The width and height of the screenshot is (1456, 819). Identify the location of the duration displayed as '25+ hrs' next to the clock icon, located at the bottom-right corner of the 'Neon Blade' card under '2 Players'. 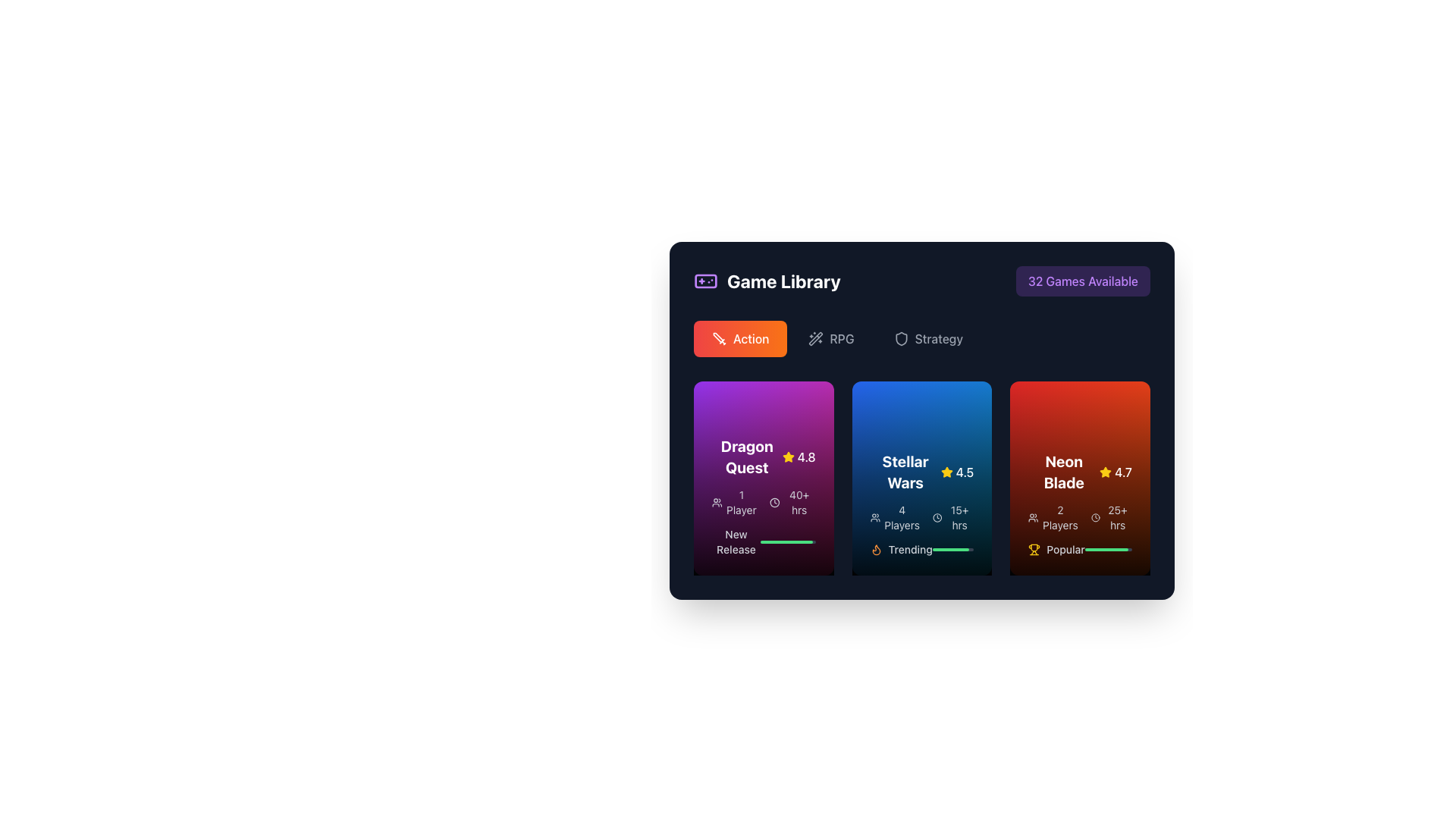
(1111, 516).